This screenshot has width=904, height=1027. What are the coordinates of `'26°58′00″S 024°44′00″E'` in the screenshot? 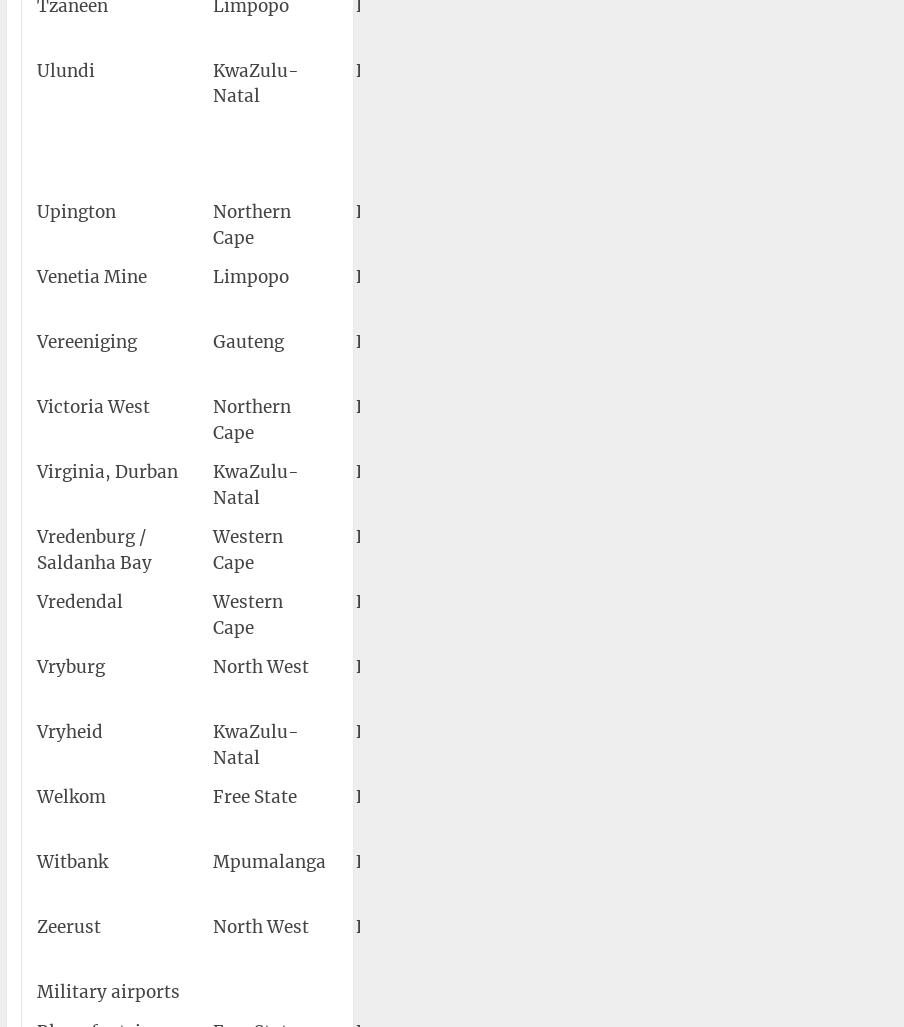 It's located at (752, 678).